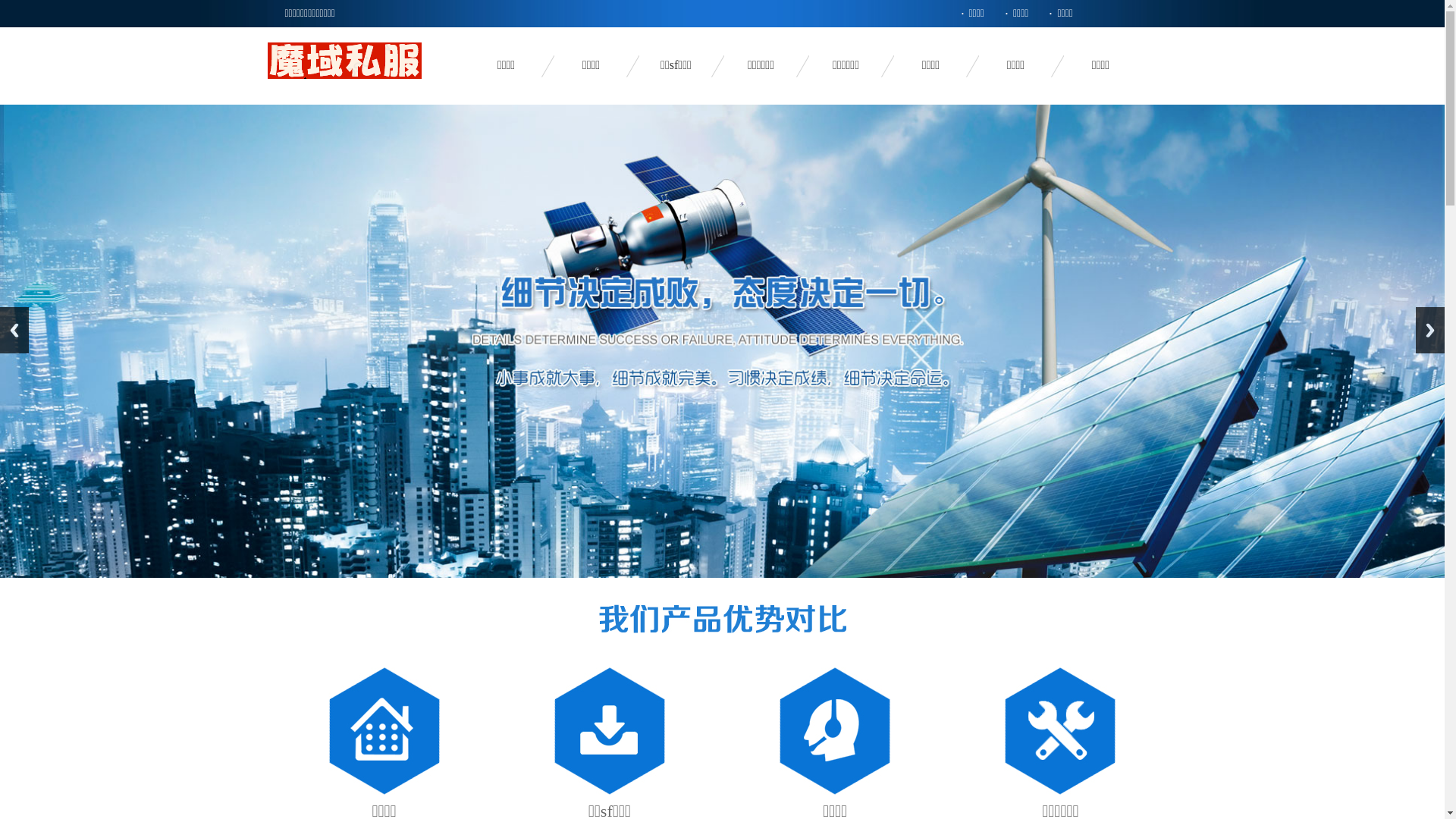  Describe the element at coordinates (1415, 329) in the screenshot. I see `'Next'` at that location.